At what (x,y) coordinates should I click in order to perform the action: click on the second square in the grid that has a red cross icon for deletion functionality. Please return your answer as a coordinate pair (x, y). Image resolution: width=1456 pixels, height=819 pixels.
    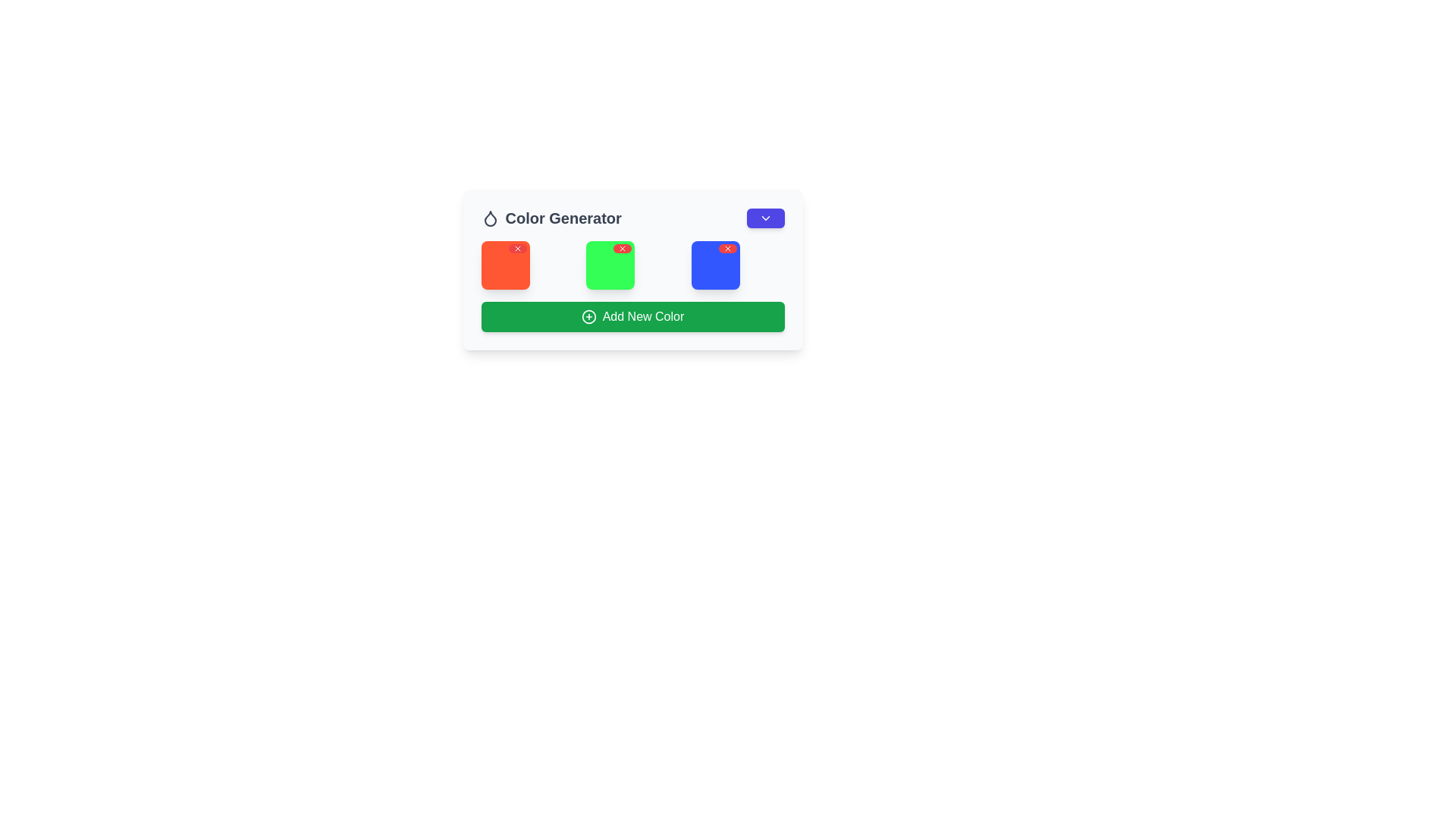
    Looking at the image, I should click on (632, 265).